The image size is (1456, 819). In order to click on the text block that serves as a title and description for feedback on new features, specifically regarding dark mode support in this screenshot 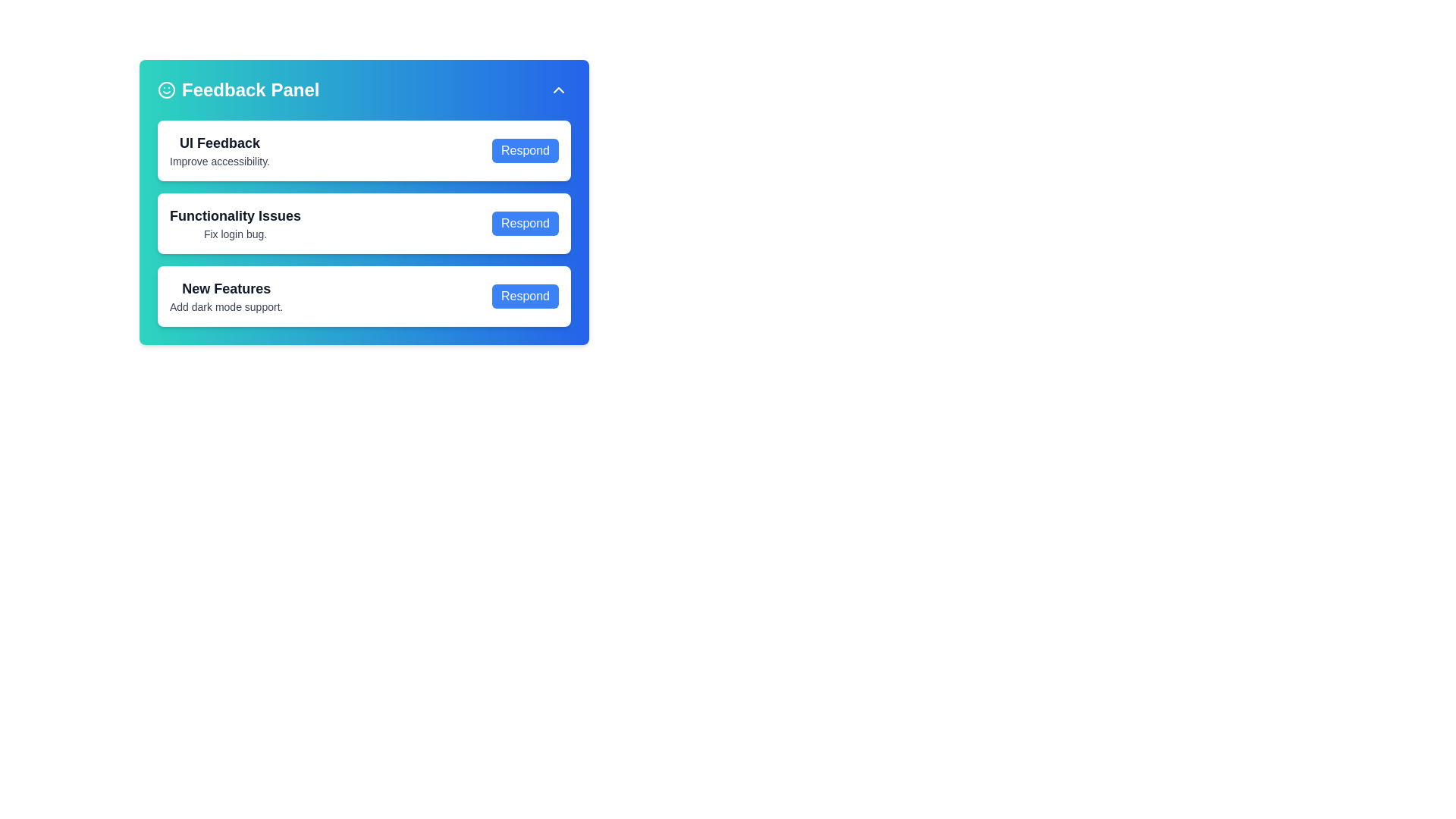, I will do `click(225, 296)`.